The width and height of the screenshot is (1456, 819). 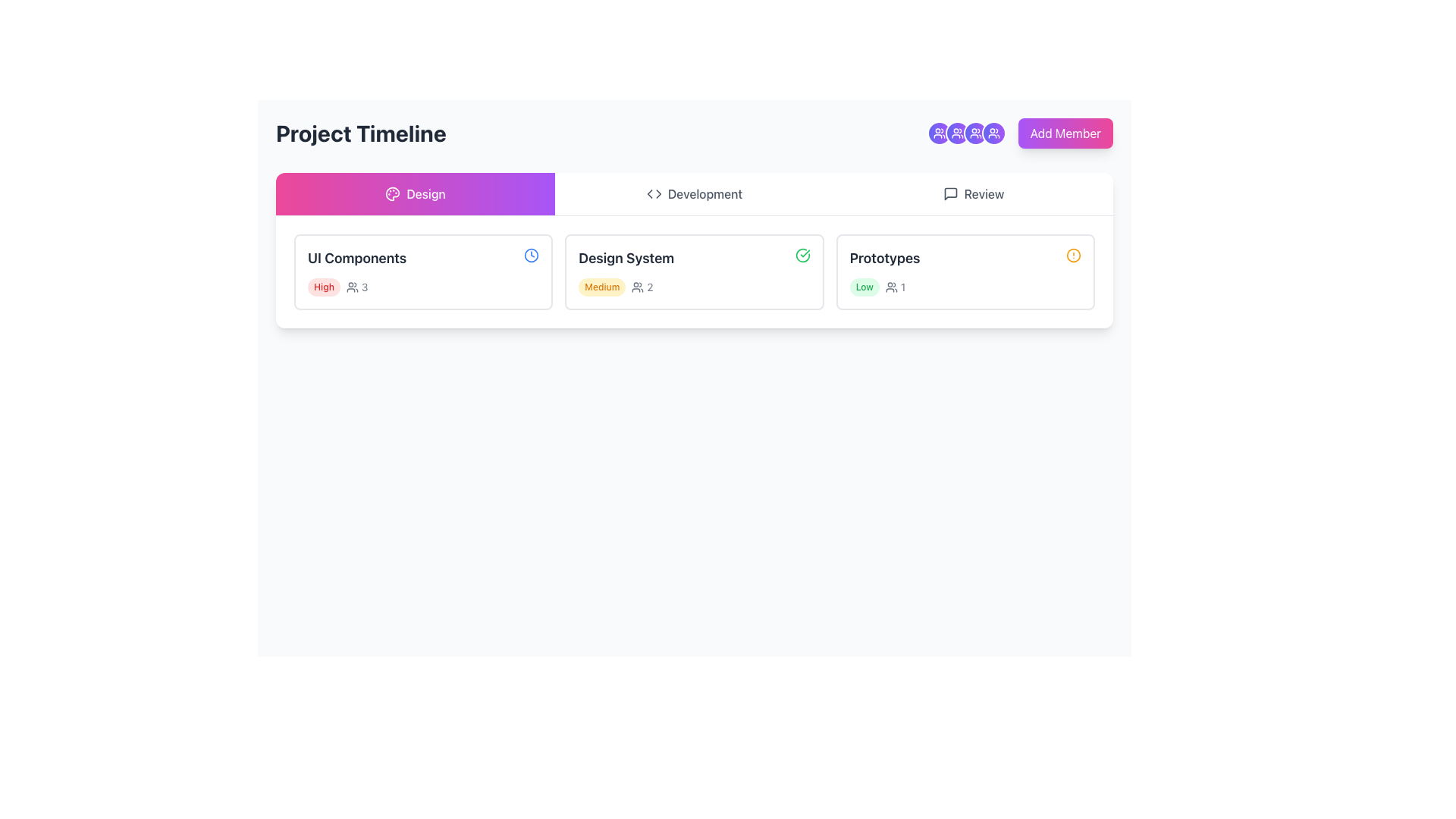 I want to click on the status indicator labeled 'Medium' in the card titled 'Design System' for filtering, so click(x=694, y=271).